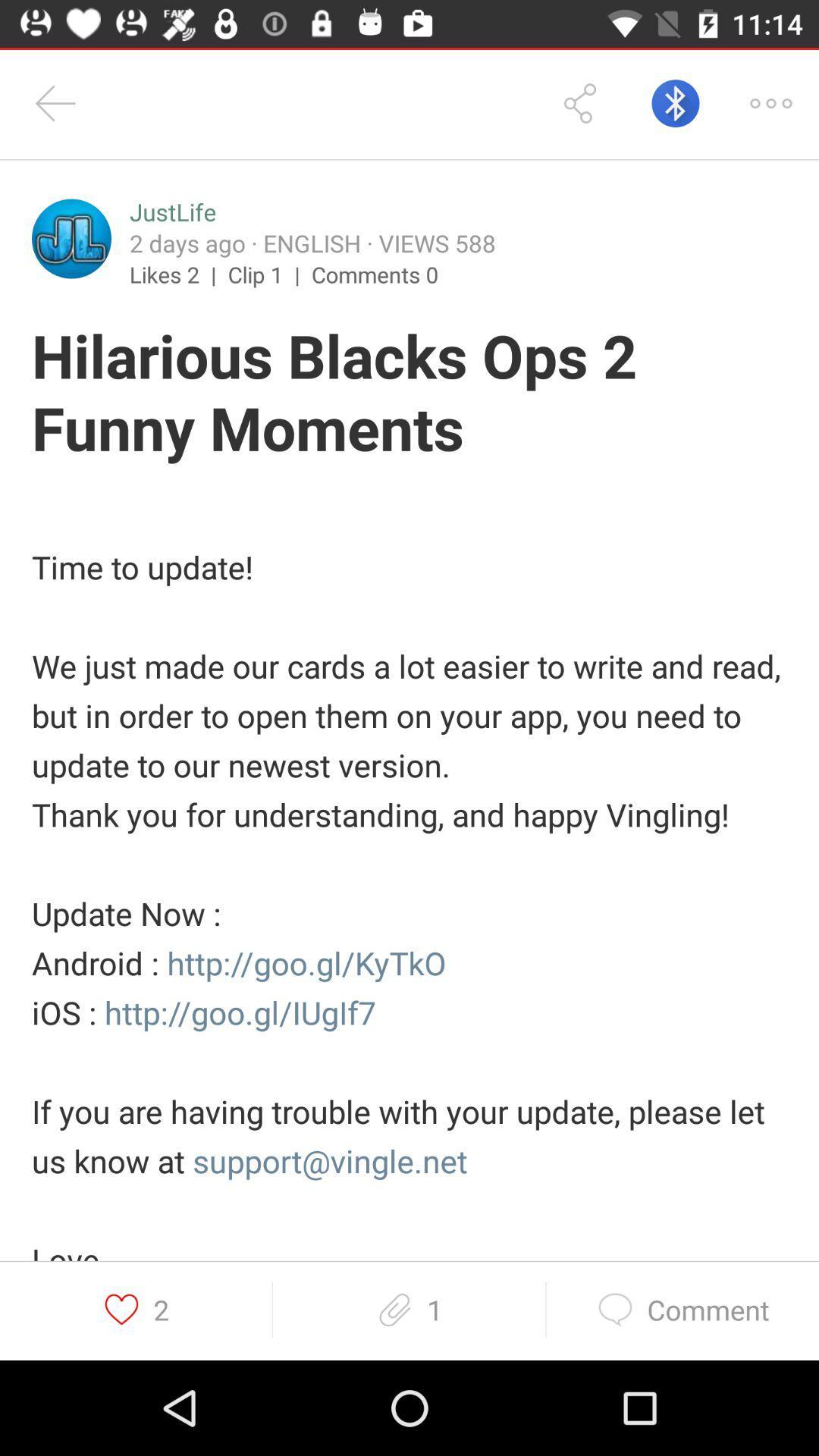  Describe the element at coordinates (71, 238) in the screenshot. I see `icon above hilarious blacks ops icon` at that location.